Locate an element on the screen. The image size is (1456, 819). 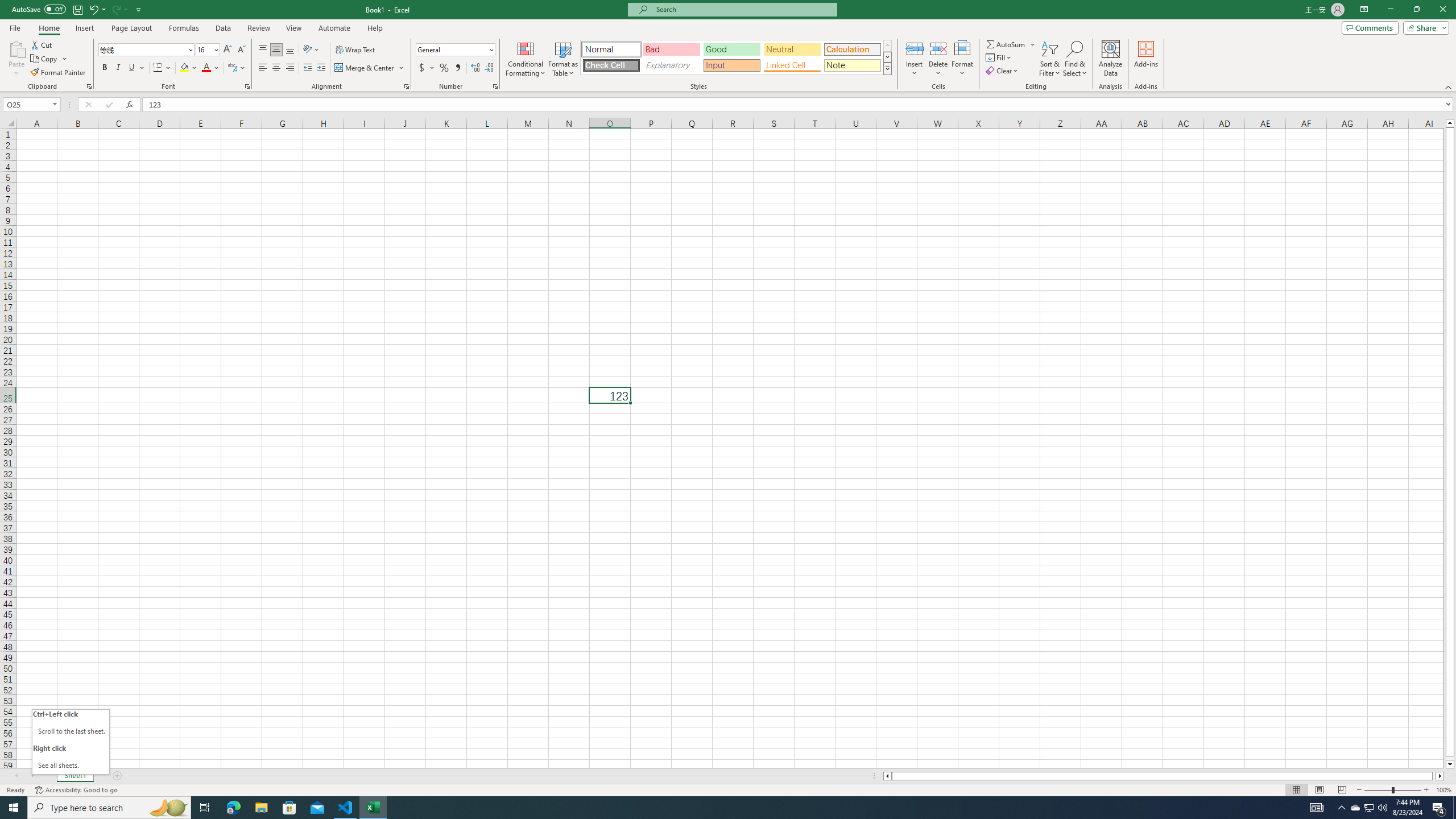
'Orientation' is located at coordinates (311, 49).